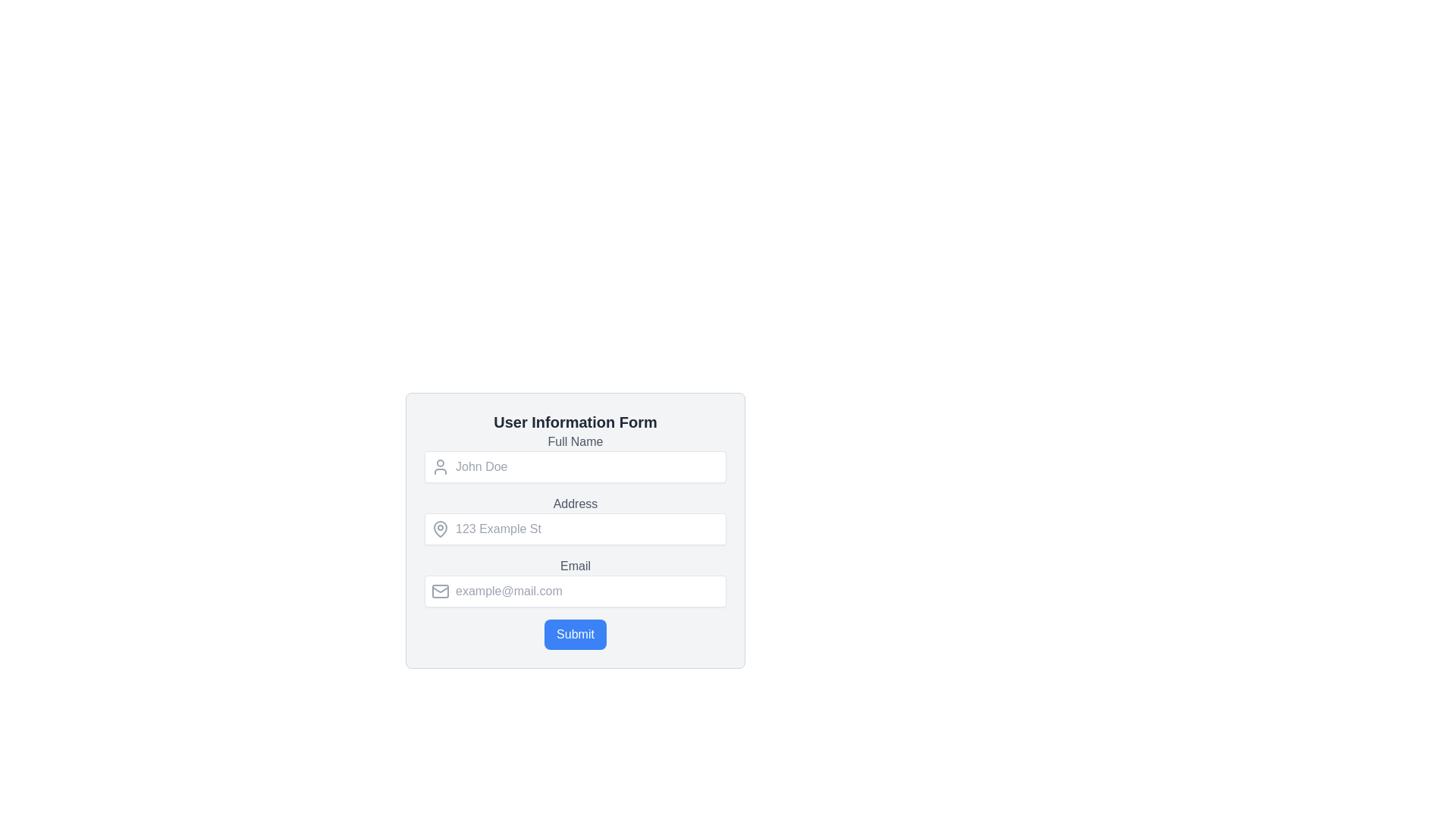  I want to click on the pin-shaped icon resembling a marker for a map, located adjacent to the 'Address' input field, so click(439, 528).